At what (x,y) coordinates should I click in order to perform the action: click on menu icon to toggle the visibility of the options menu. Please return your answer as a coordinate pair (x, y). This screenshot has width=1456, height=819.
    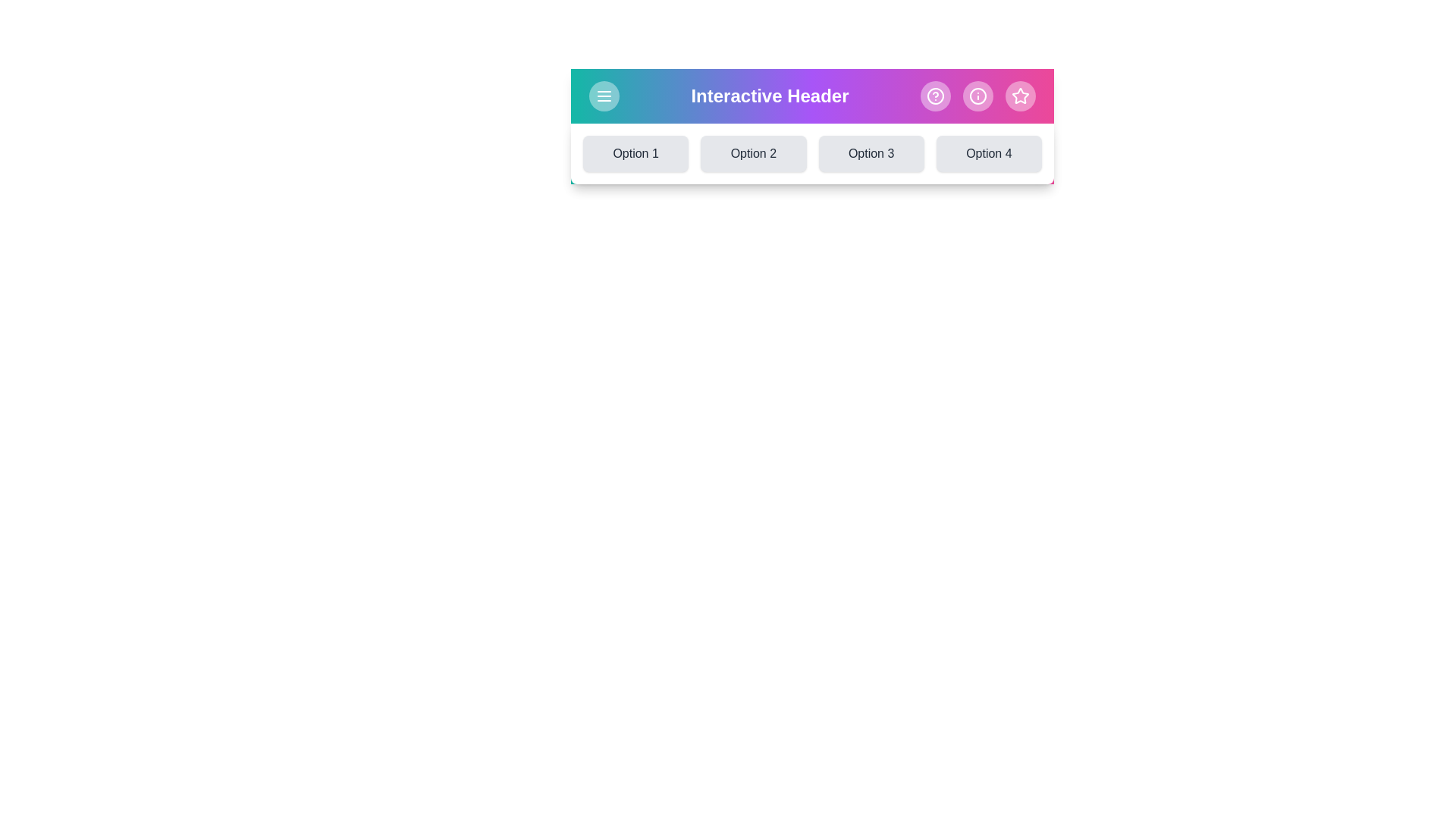
    Looking at the image, I should click on (603, 96).